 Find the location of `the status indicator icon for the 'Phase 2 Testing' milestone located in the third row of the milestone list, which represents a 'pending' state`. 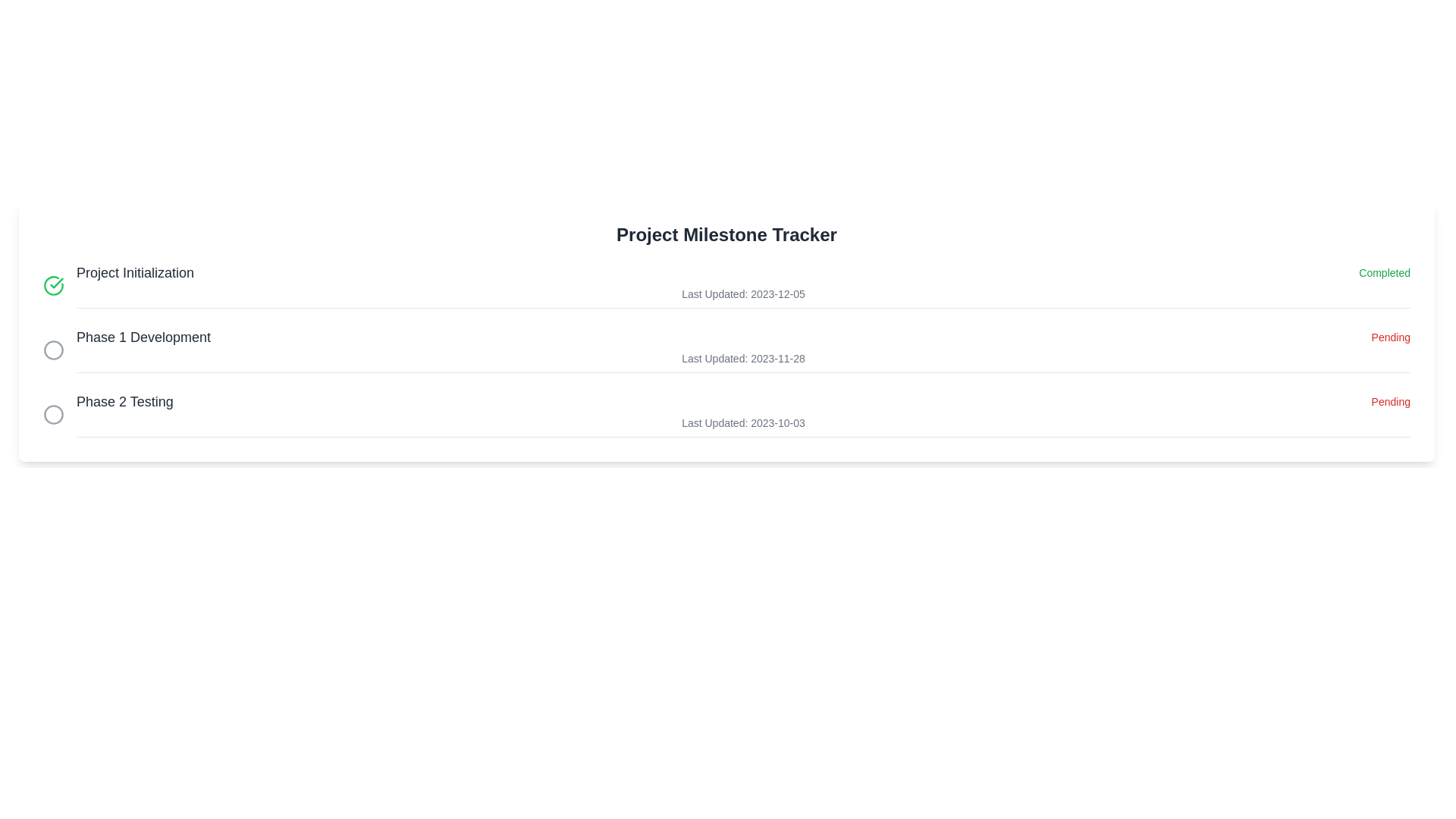

the status indicator icon for the 'Phase 2 Testing' milestone located in the third row of the milestone list, which represents a 'pending' state is located at coordinates (54, 414).